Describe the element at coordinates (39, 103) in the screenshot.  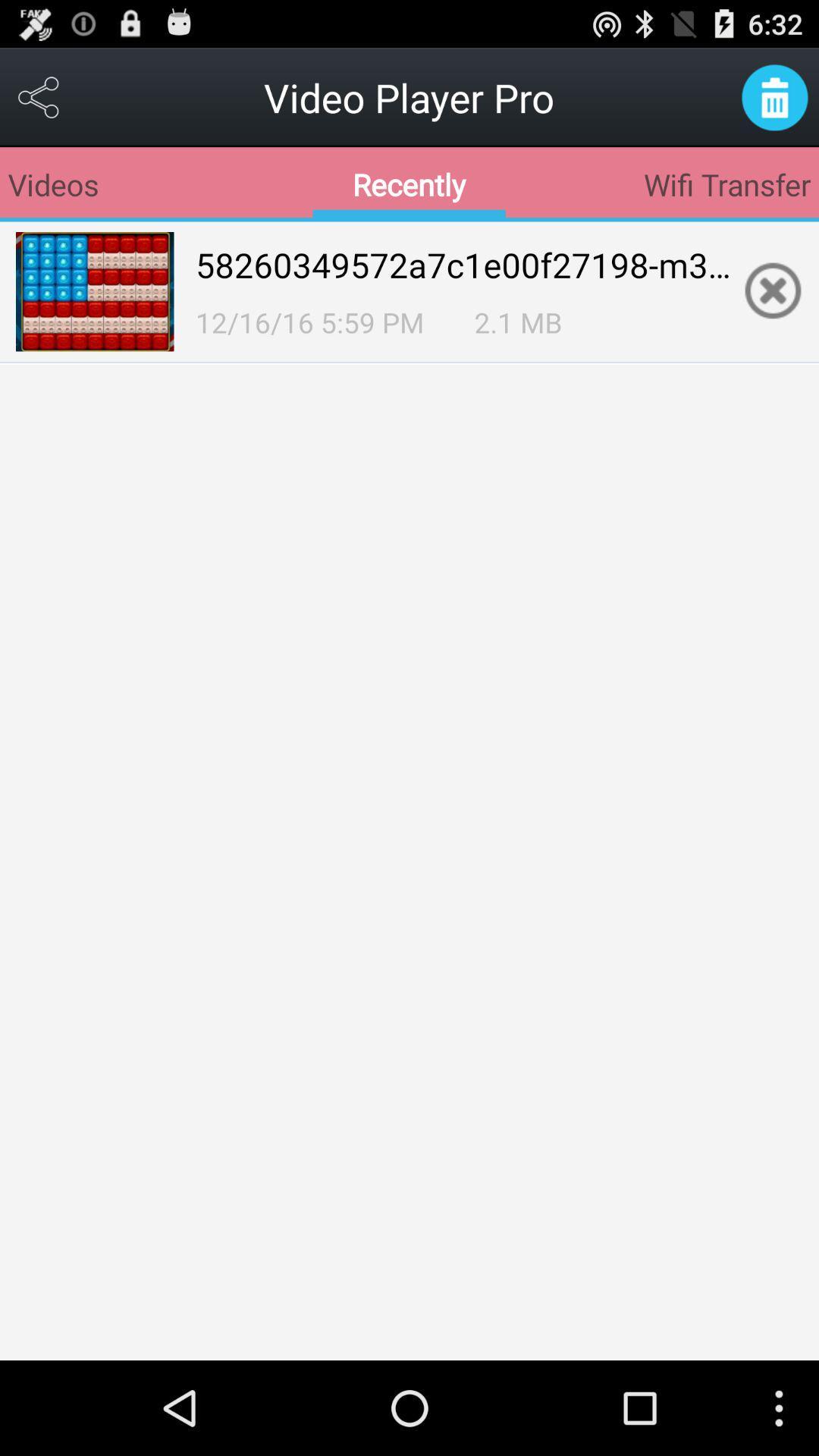
I see `the share icon` at that location.